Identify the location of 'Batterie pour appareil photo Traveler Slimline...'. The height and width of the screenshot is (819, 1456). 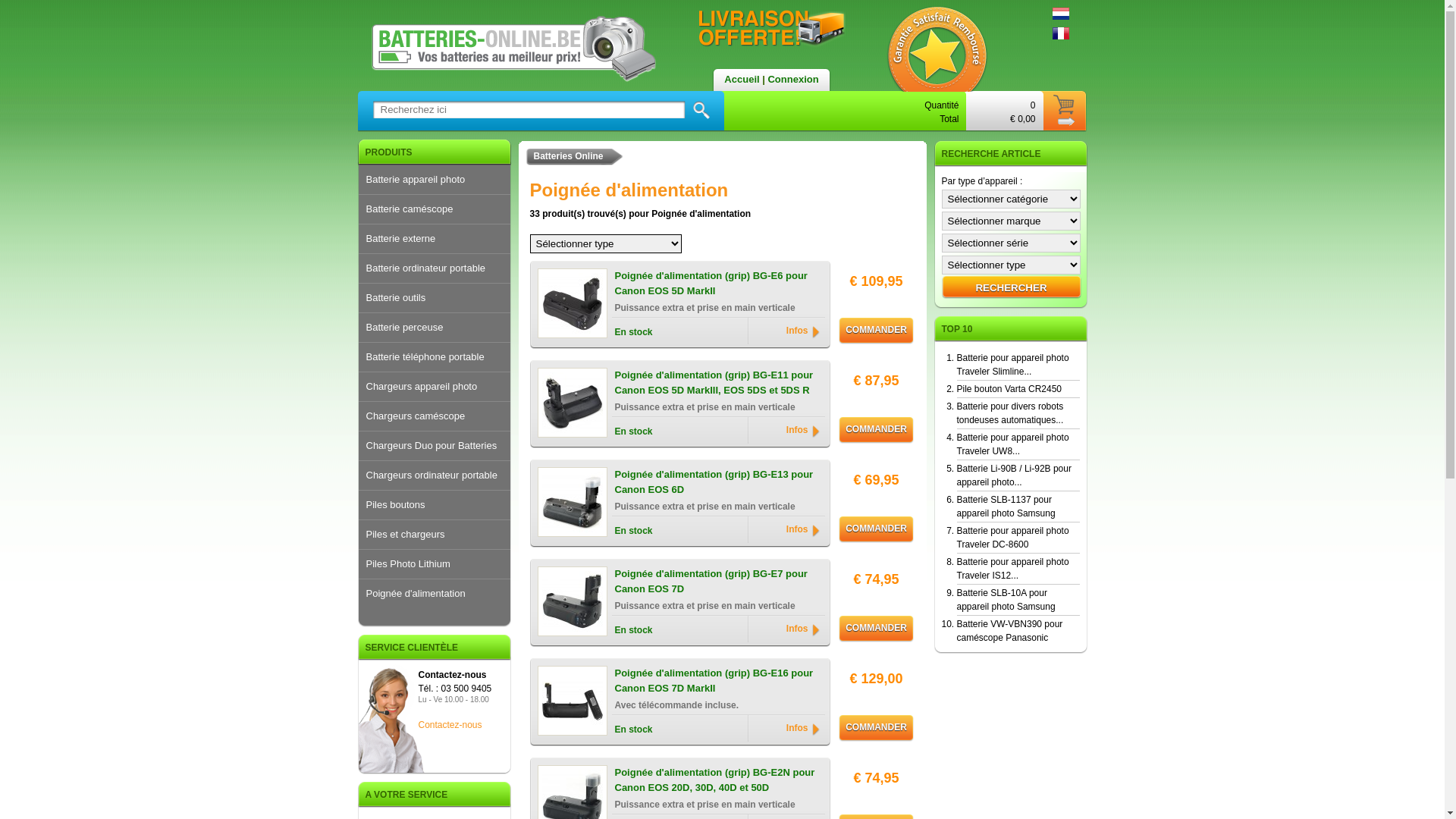
(1012, 365).